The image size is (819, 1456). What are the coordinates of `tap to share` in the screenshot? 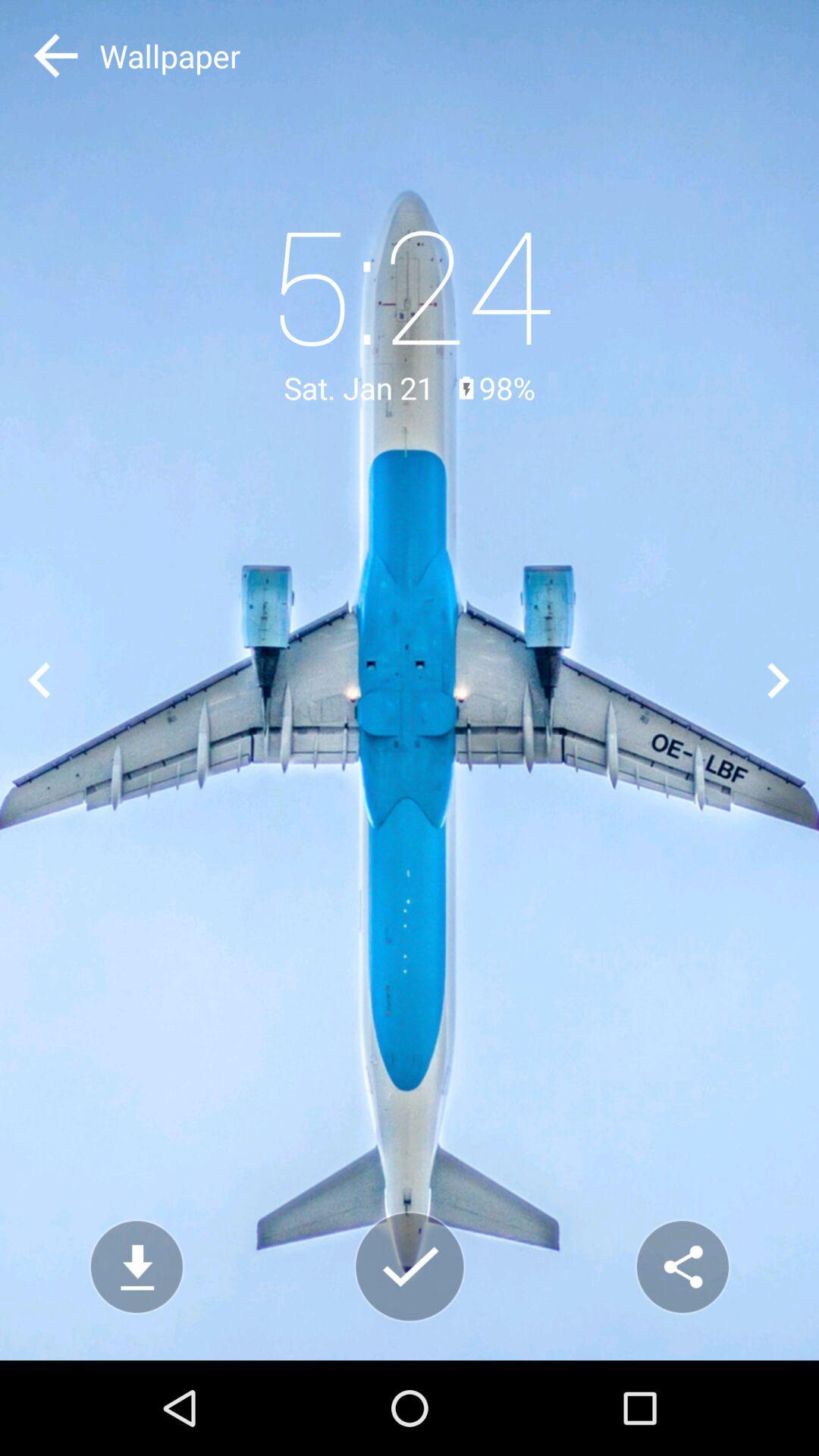 It's located at (681, 1266).